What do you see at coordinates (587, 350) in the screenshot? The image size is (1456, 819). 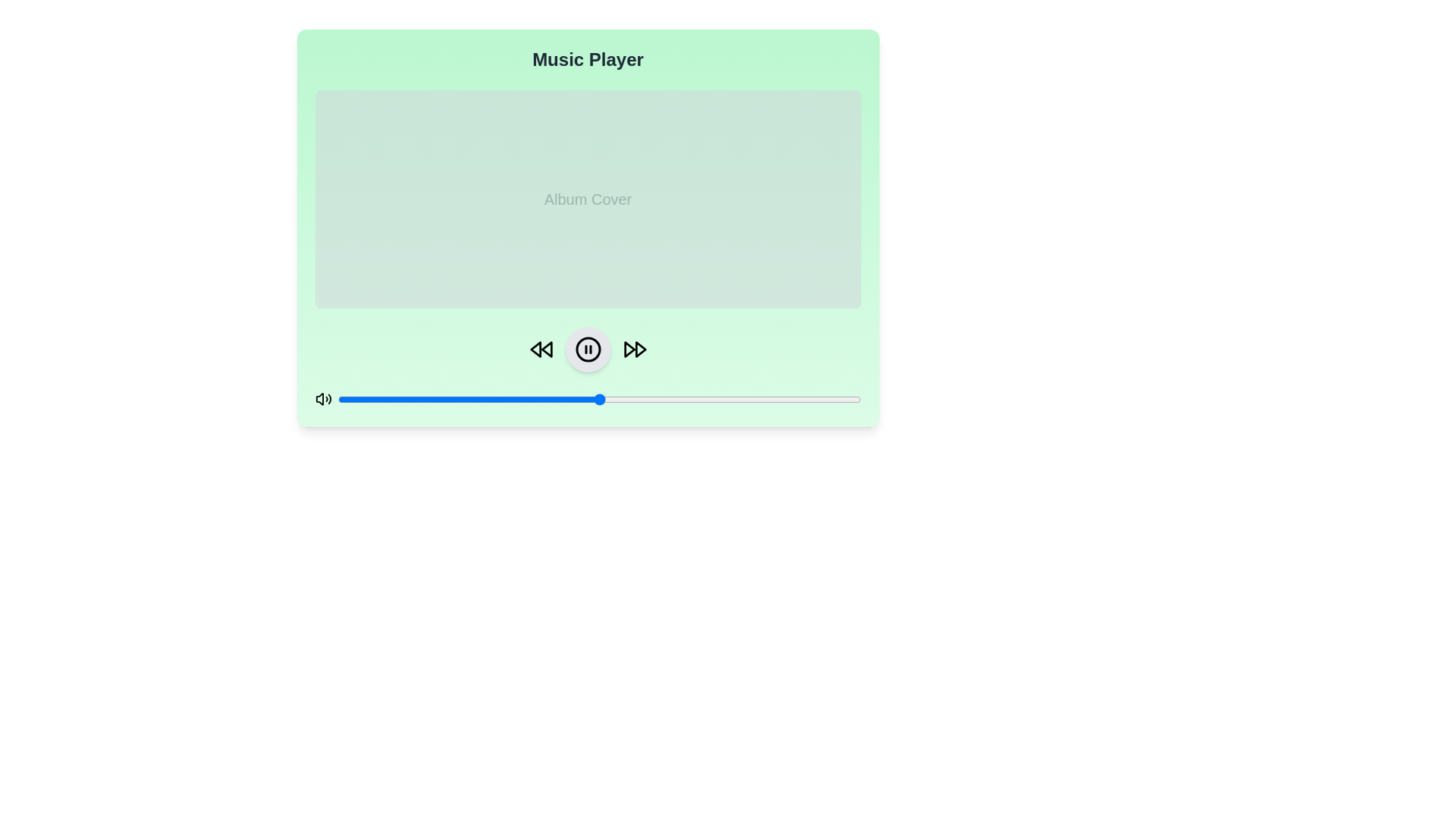 I see `the pause button located centrally within the bottom control bar of the music player` at bounding box center [587, 350].